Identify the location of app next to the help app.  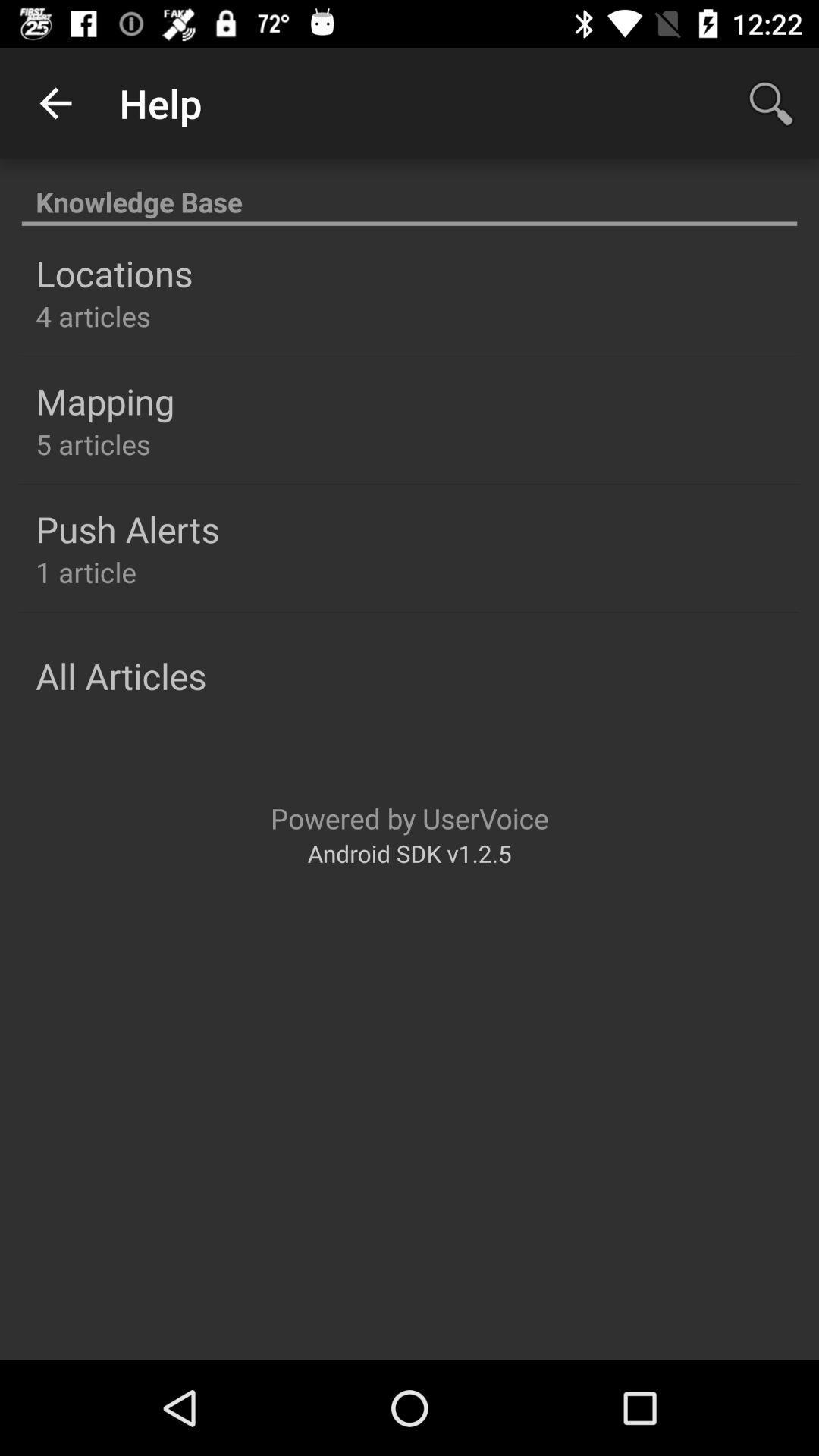
(771, 102).